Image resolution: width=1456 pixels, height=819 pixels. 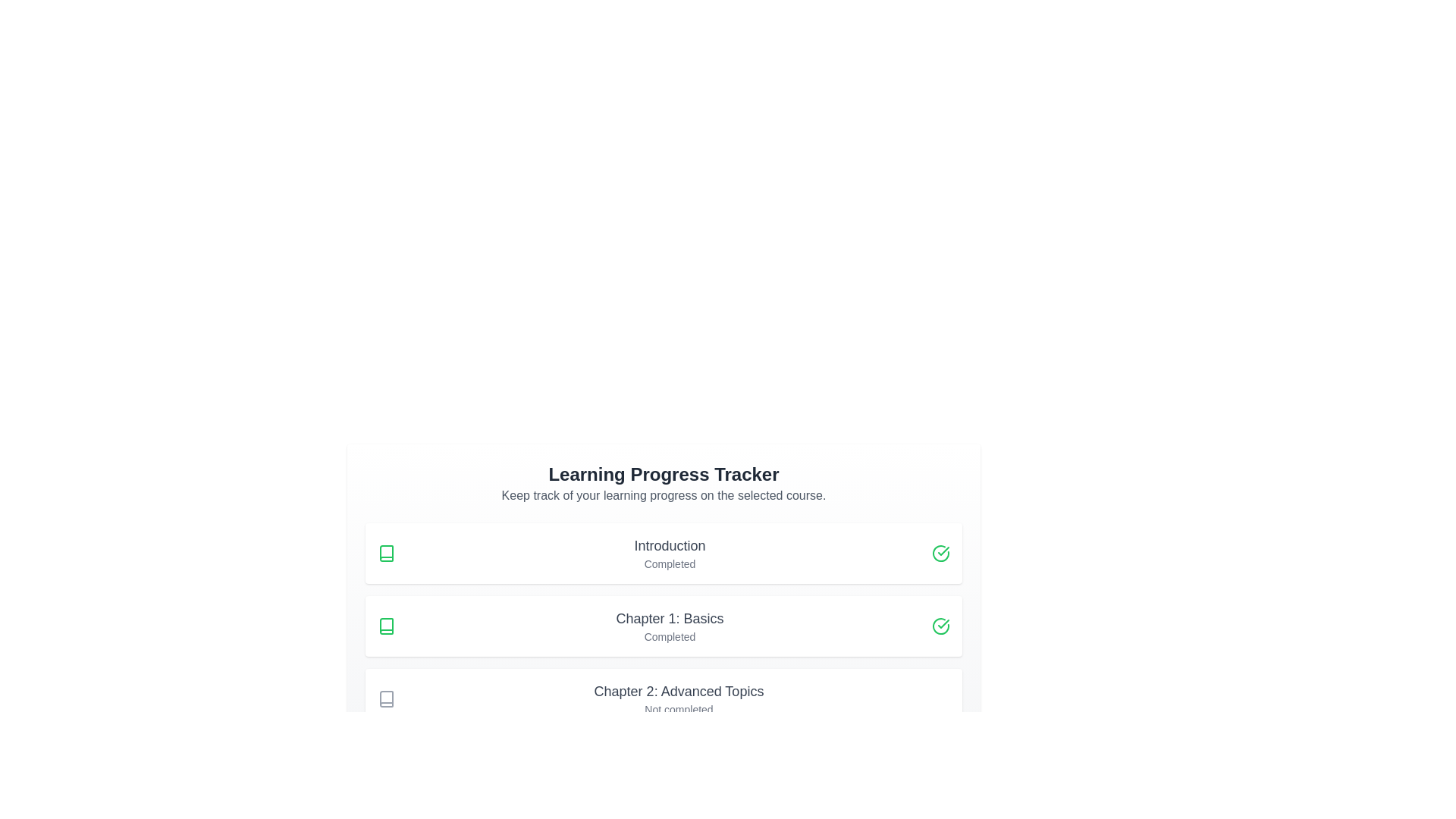 What do you see at coordinates (386, 553) in the screenshot?
I see `the 'Introduction' module icon in the 'Learning Progress Tracker' section, located at the top-left corner of the card, next to the 'Introduction Completed' text` at bounding box center [386, 553].